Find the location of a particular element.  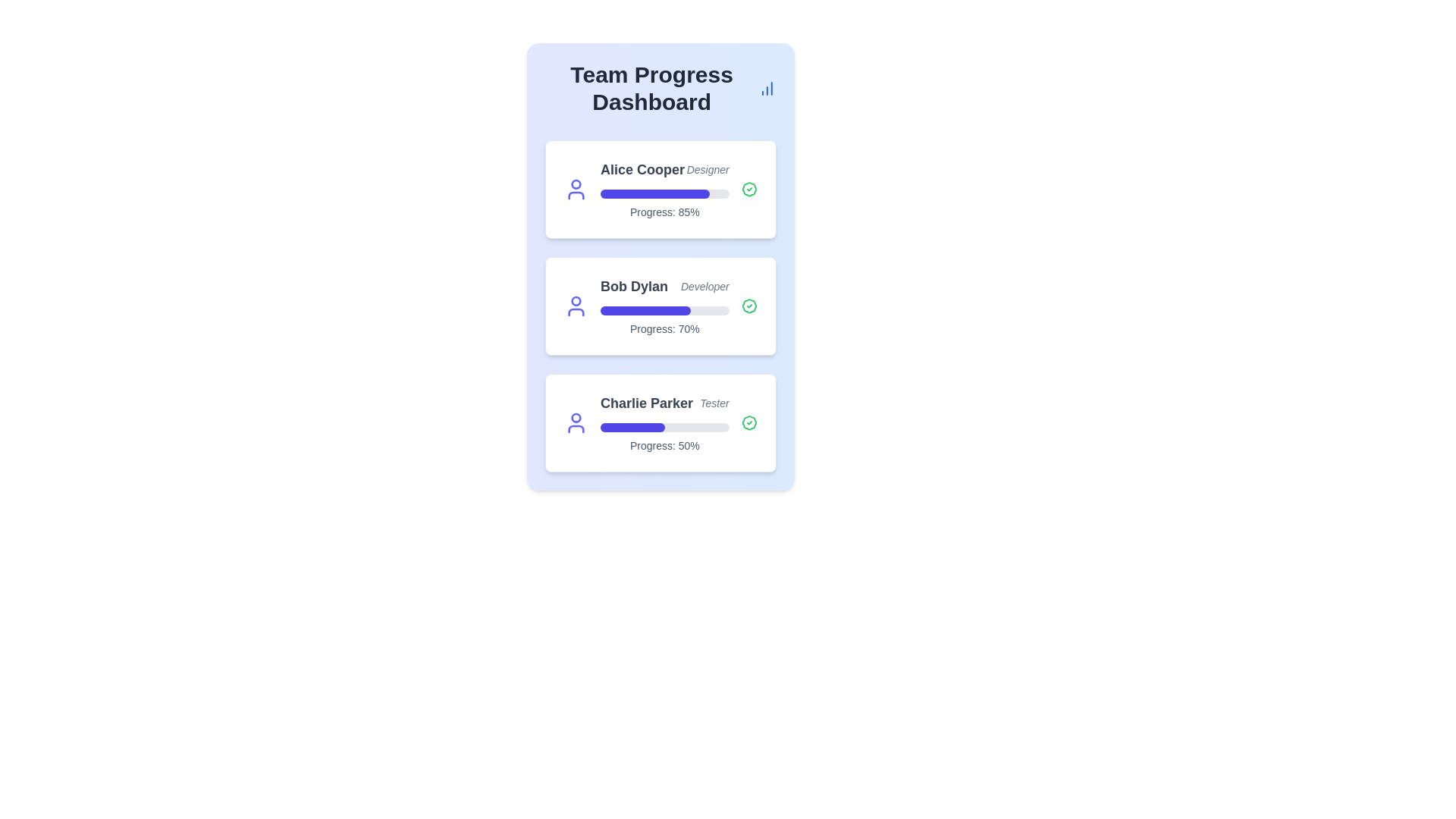

text content of the Text label displaying 'Charlie Parker' and 'Tester' within the third user progress card on the dashboard is located at coordinates (664, 403).